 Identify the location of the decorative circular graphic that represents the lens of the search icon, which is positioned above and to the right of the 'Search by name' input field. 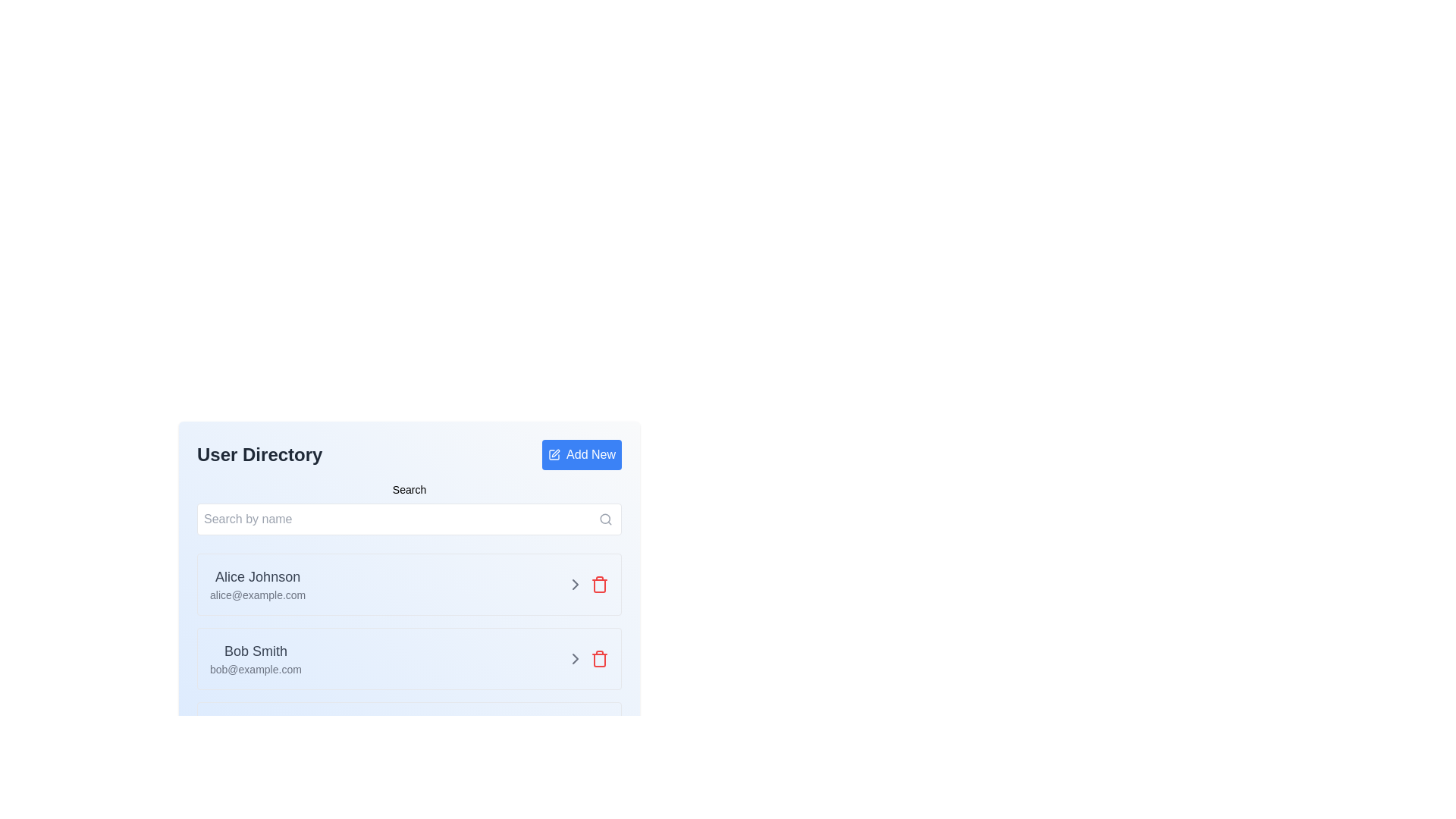
(604, 518).